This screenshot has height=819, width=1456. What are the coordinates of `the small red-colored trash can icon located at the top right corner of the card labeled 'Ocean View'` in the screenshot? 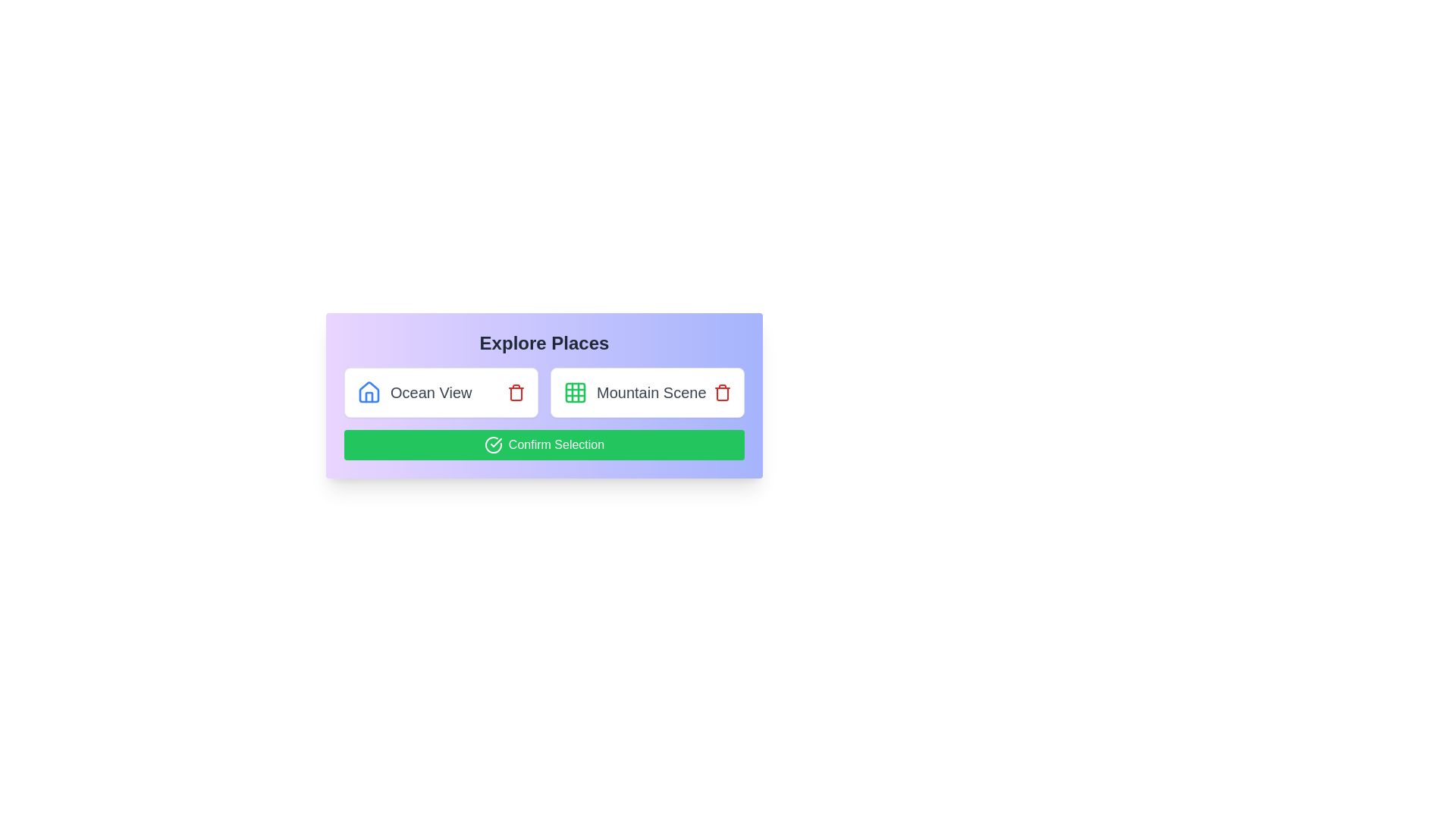 It's located at (516, 391).